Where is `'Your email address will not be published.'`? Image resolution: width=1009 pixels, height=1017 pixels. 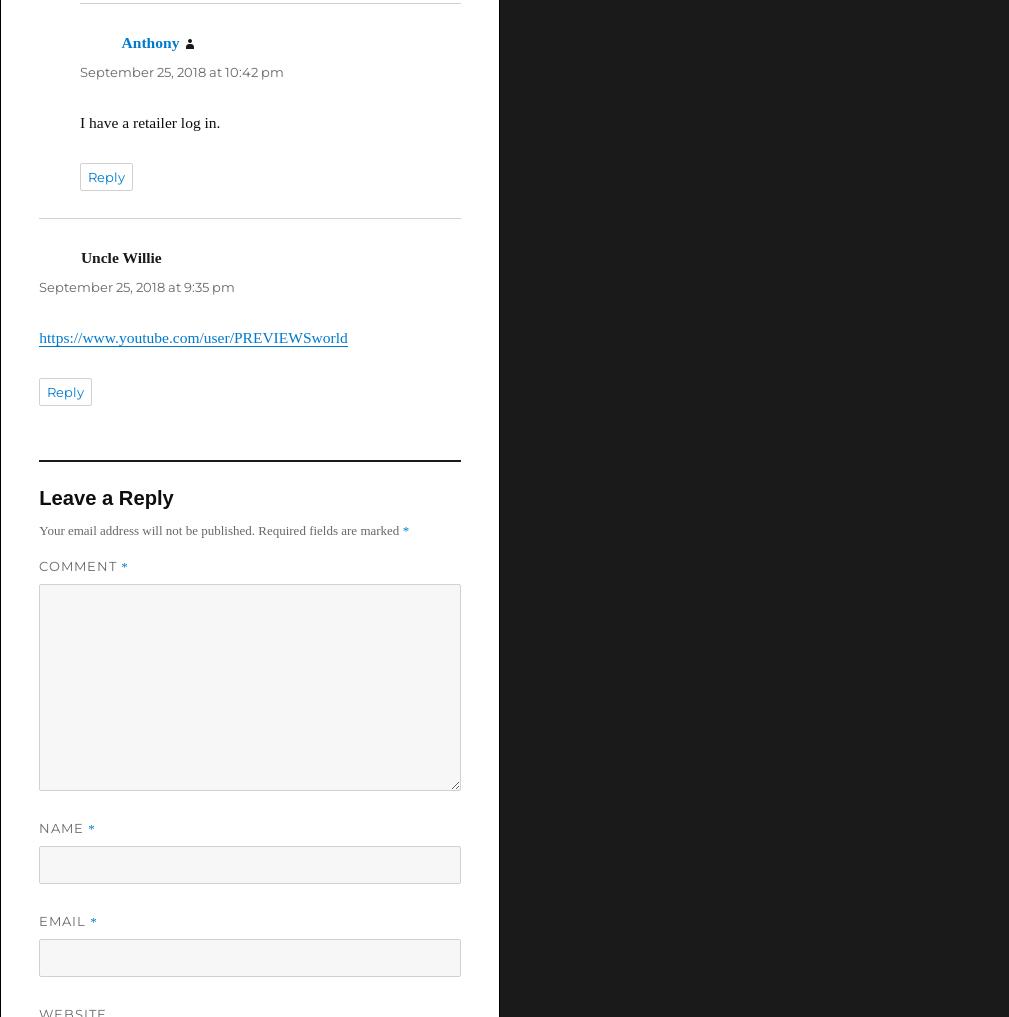
'Your email address will not be published.' is located at coordinates (145, 529).